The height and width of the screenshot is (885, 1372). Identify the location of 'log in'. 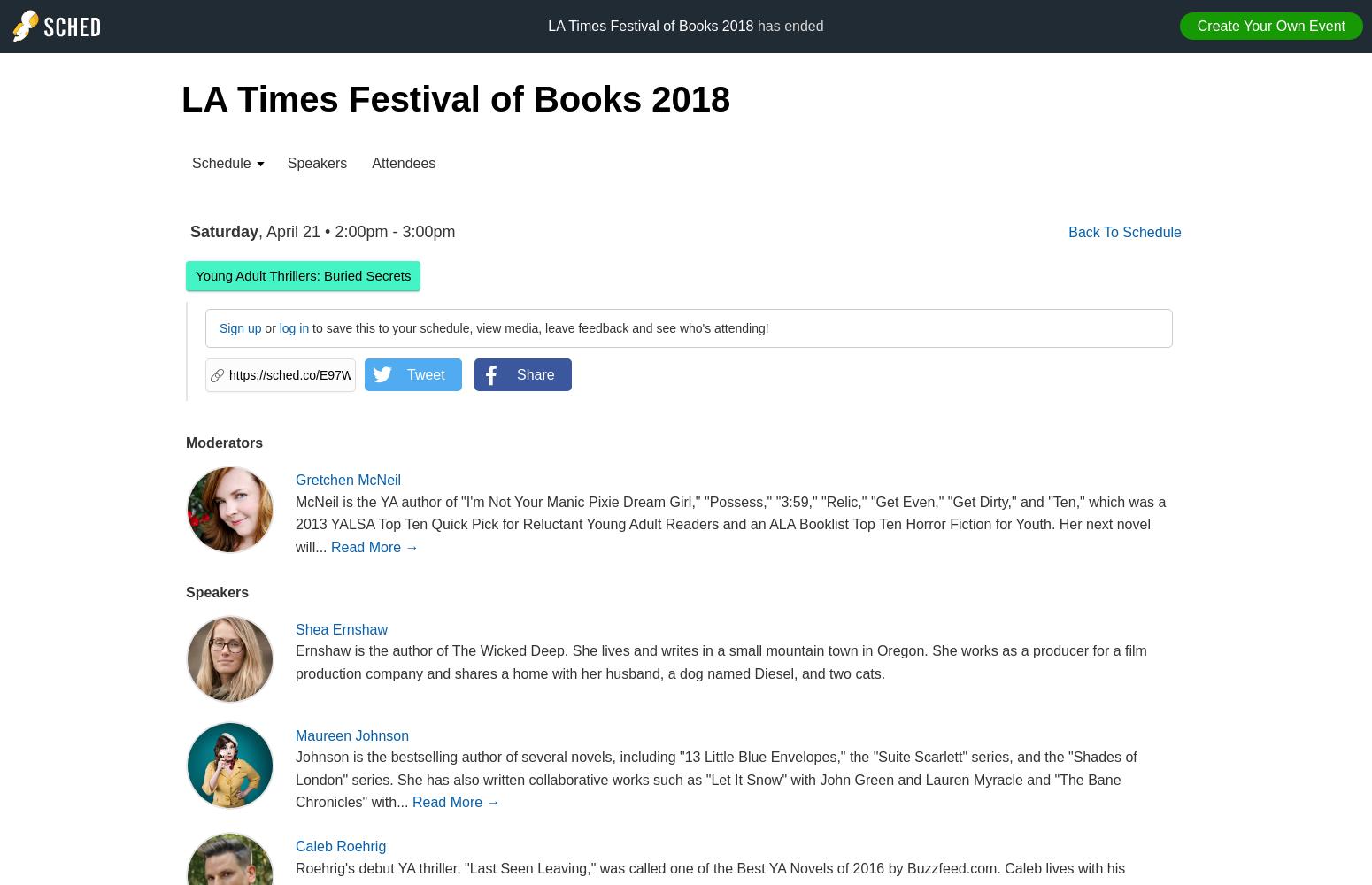
(293, 327).